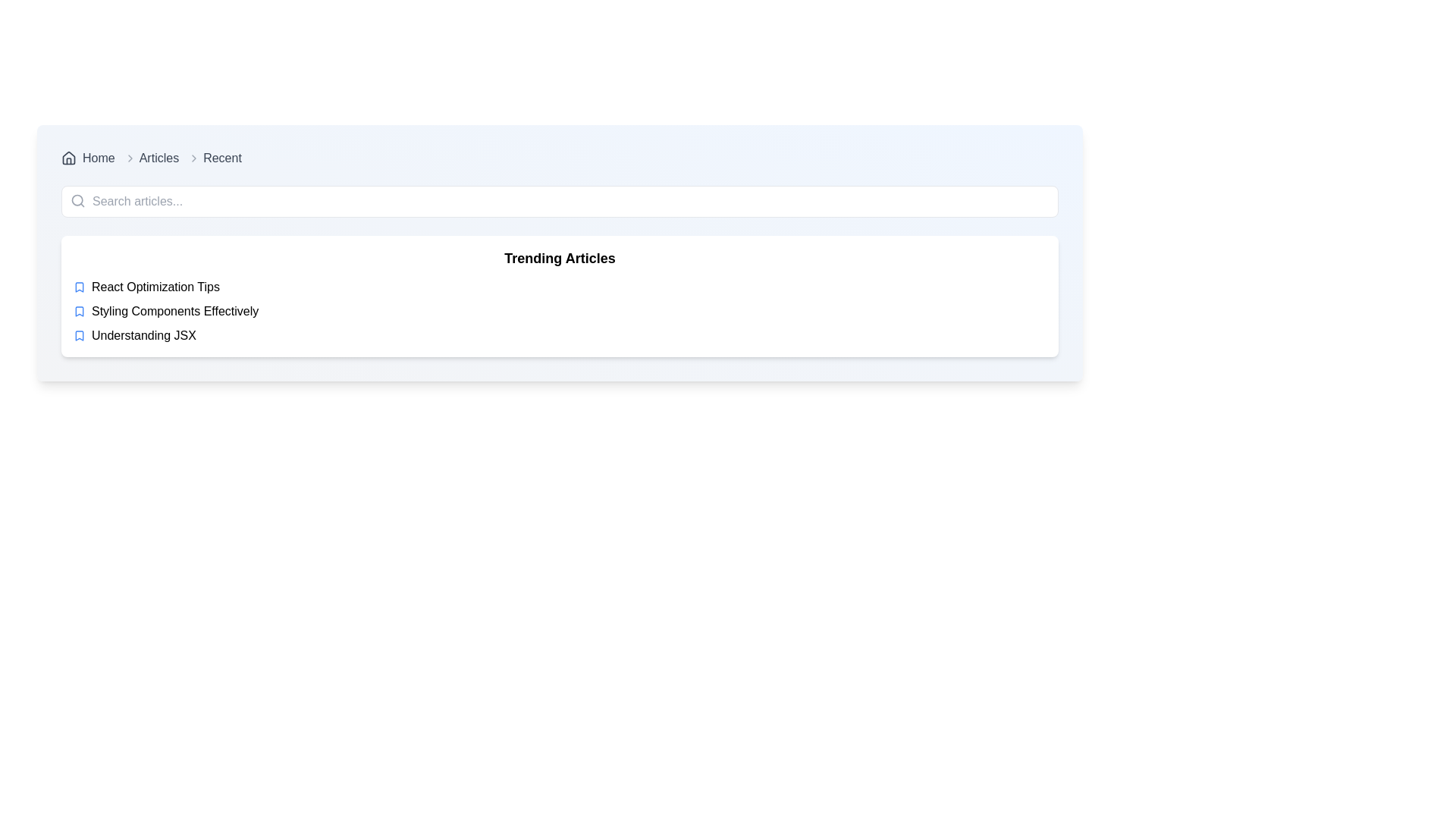 The height and width of the screenshot is (819, 1456). I want to click on the 'Recent' hyperlink in the breadcrumb navigation, so click(221, 158).